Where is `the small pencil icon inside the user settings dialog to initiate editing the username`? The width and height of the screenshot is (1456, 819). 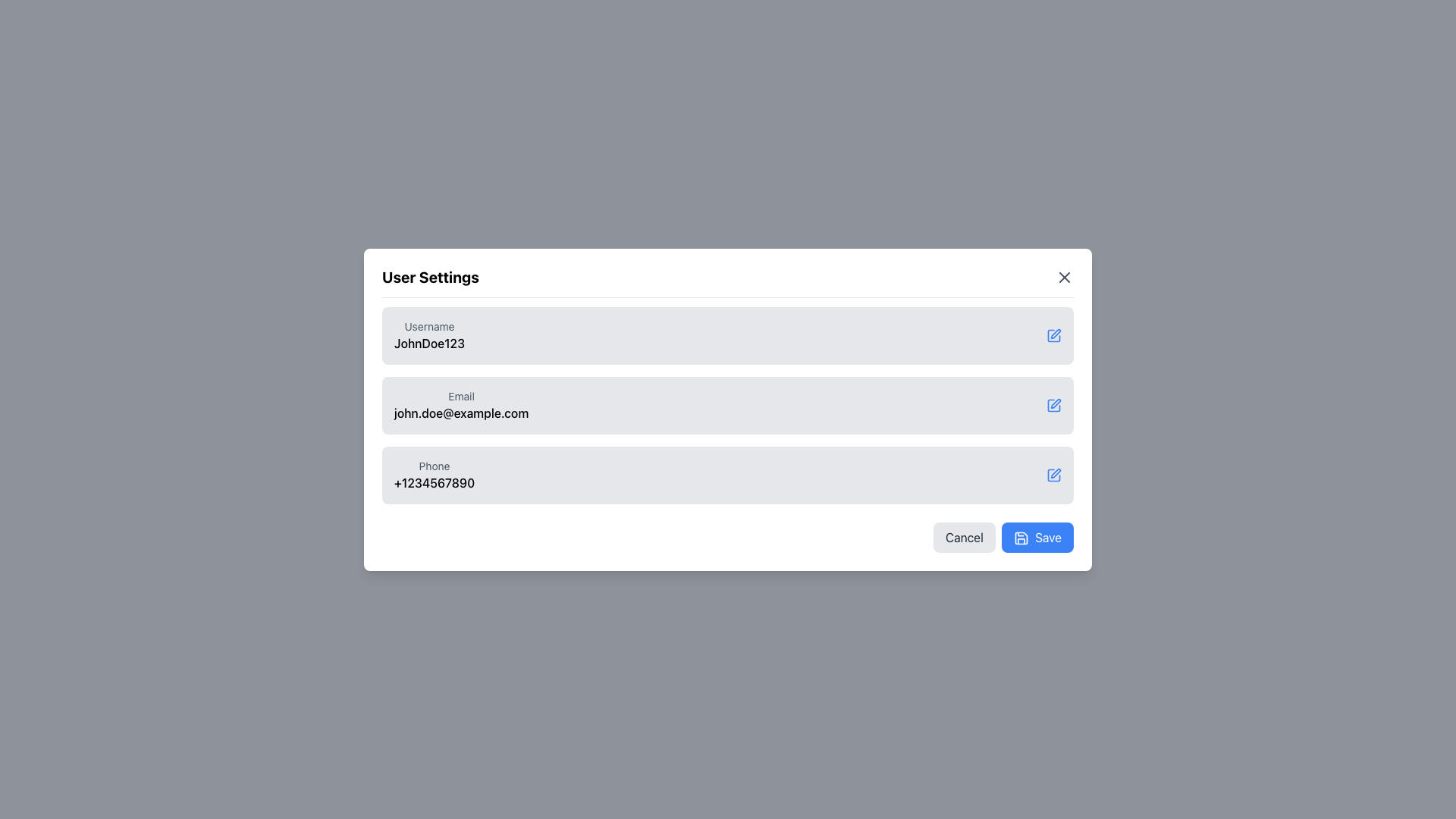
the small pencil icon inside the user settings dialog to initiate editing the username is located at coordinates (1055, 332).